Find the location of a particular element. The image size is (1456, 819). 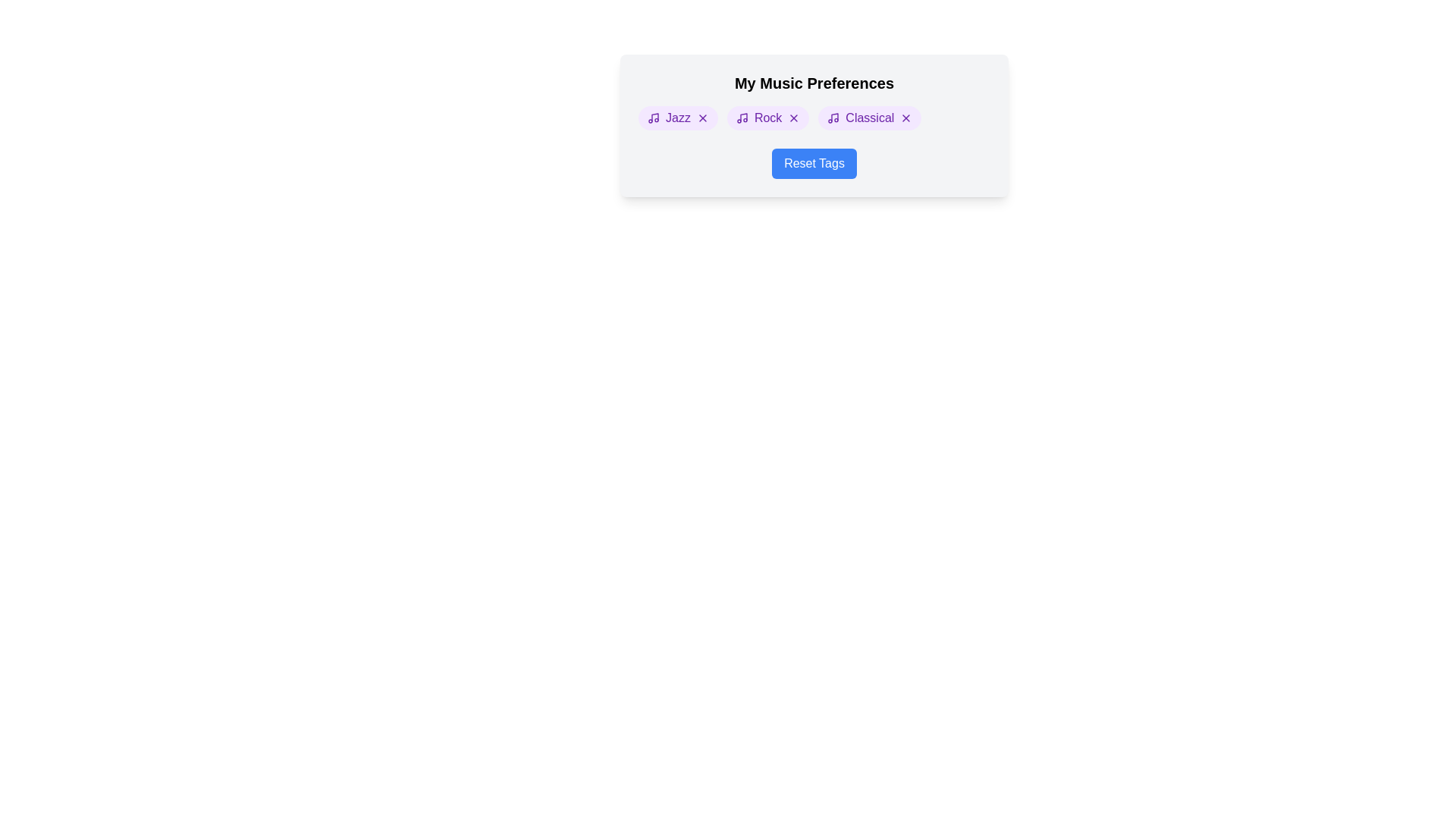

the element Jazz Tag to see its hover effect is located at coordinates (676, 117).